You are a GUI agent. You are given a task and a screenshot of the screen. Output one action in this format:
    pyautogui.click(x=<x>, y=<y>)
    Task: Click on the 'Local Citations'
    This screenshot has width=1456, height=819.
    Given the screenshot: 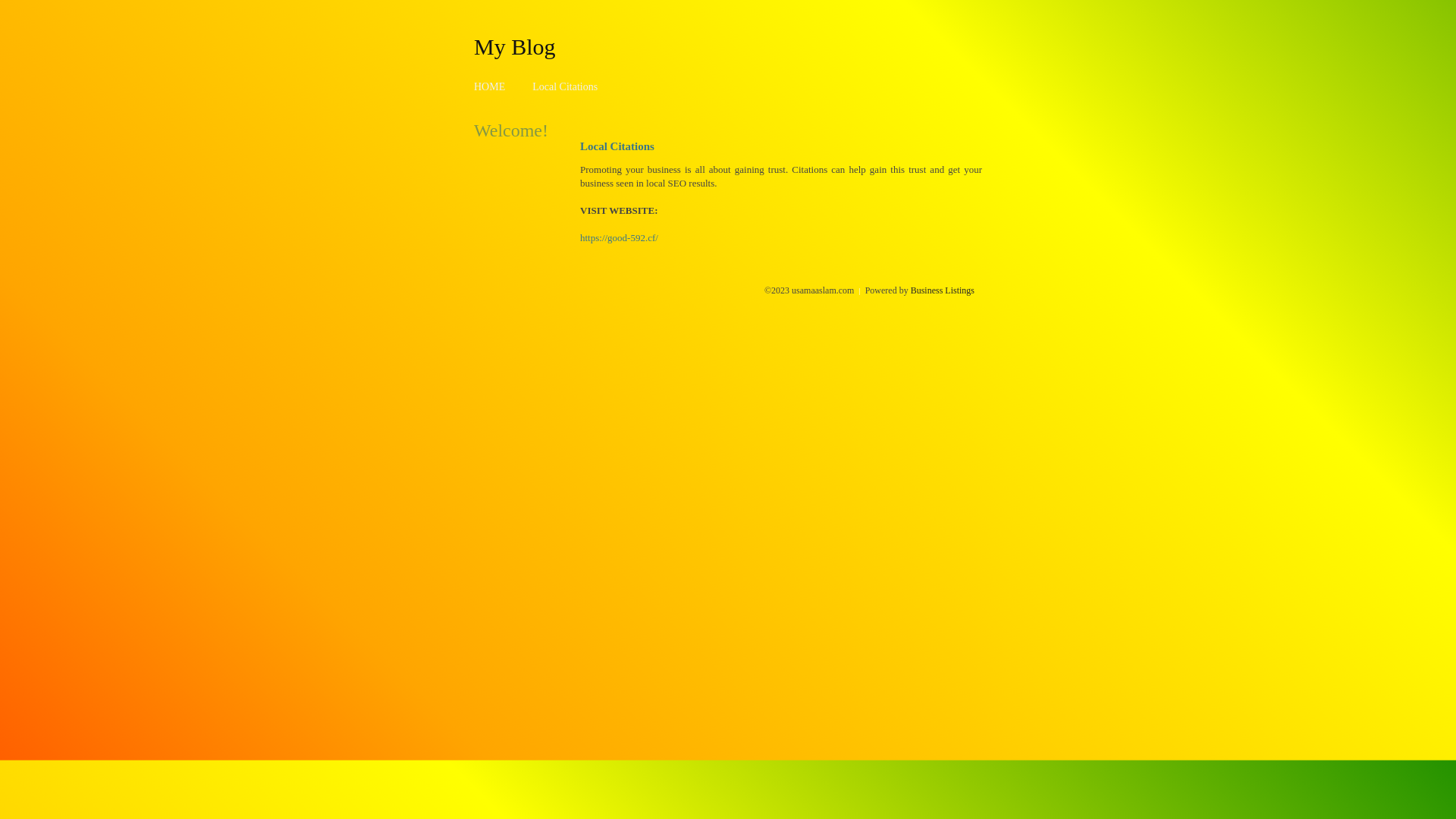 What is the action you would take?
    pyautogui.click(x=563, y=86)
    